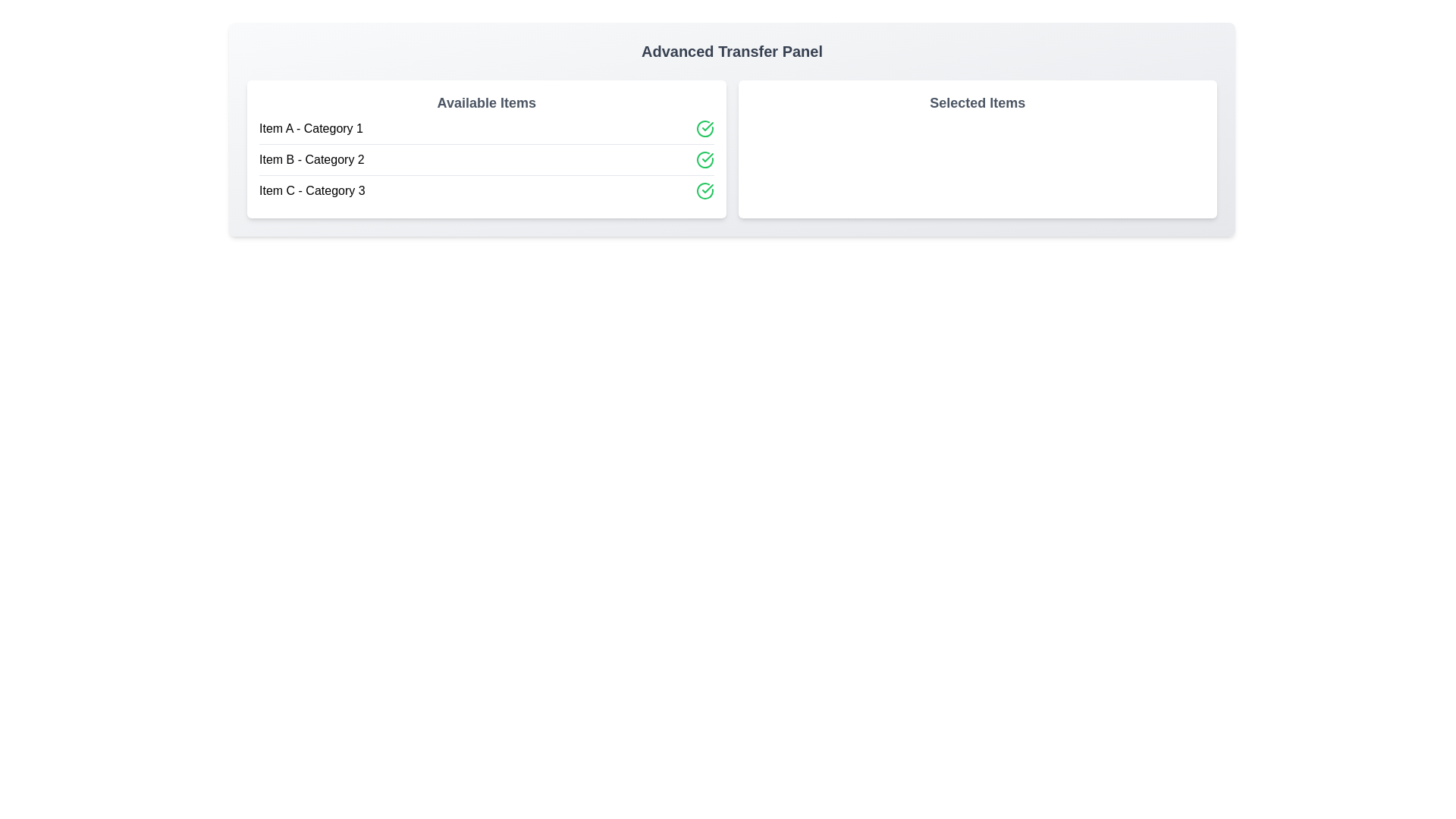  I want to click on the checkmark icon indicating selection for 'Item B - Category 2' in the Available Items list, so click(706, 125).